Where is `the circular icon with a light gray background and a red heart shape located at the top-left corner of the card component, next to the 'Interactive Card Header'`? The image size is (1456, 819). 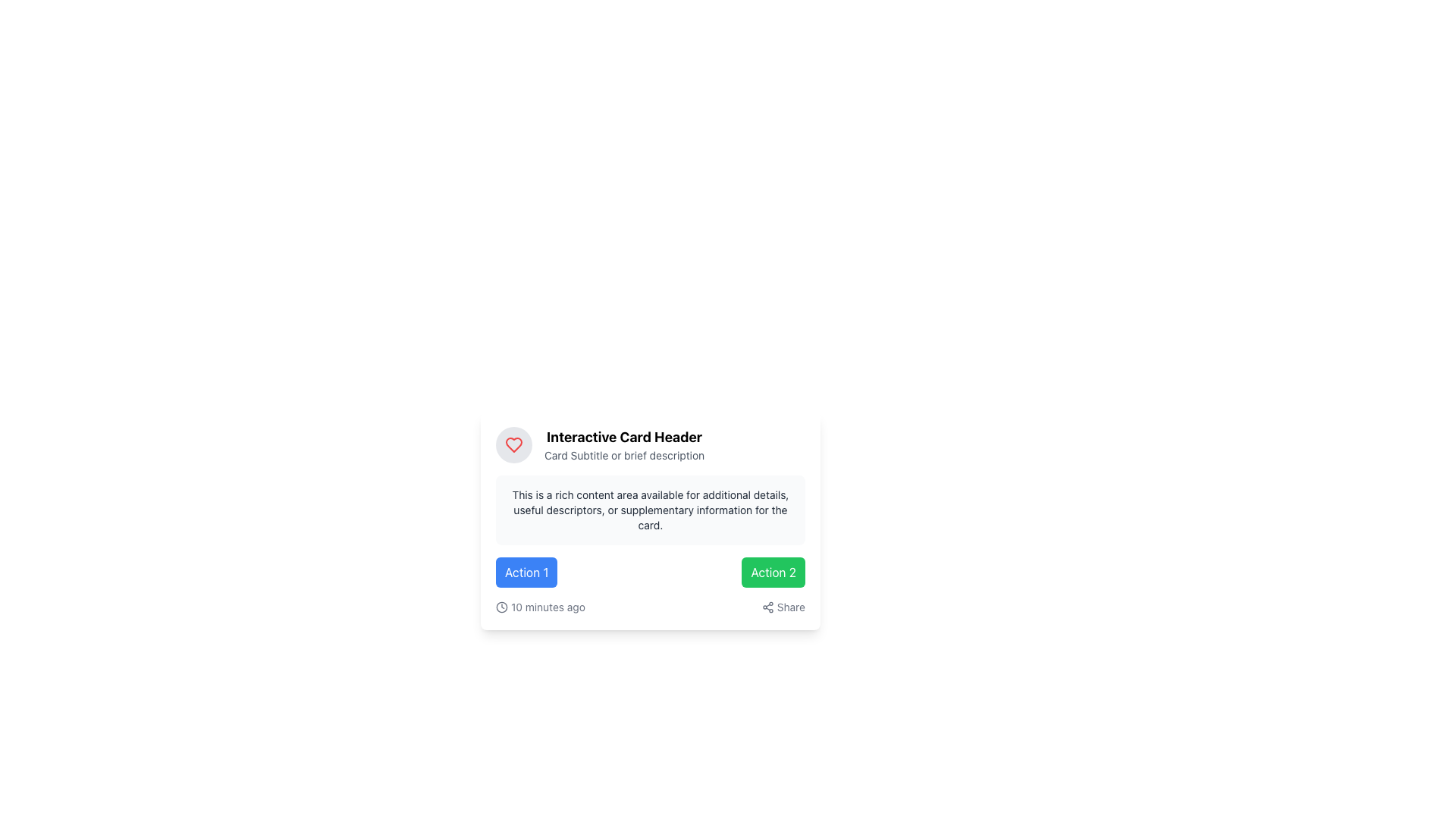
the circular icon with a light gray background and a red heart shape located at the top-left corner of the card component, next to the 'Interactive Card Header' is located at coordinates (513, 444).